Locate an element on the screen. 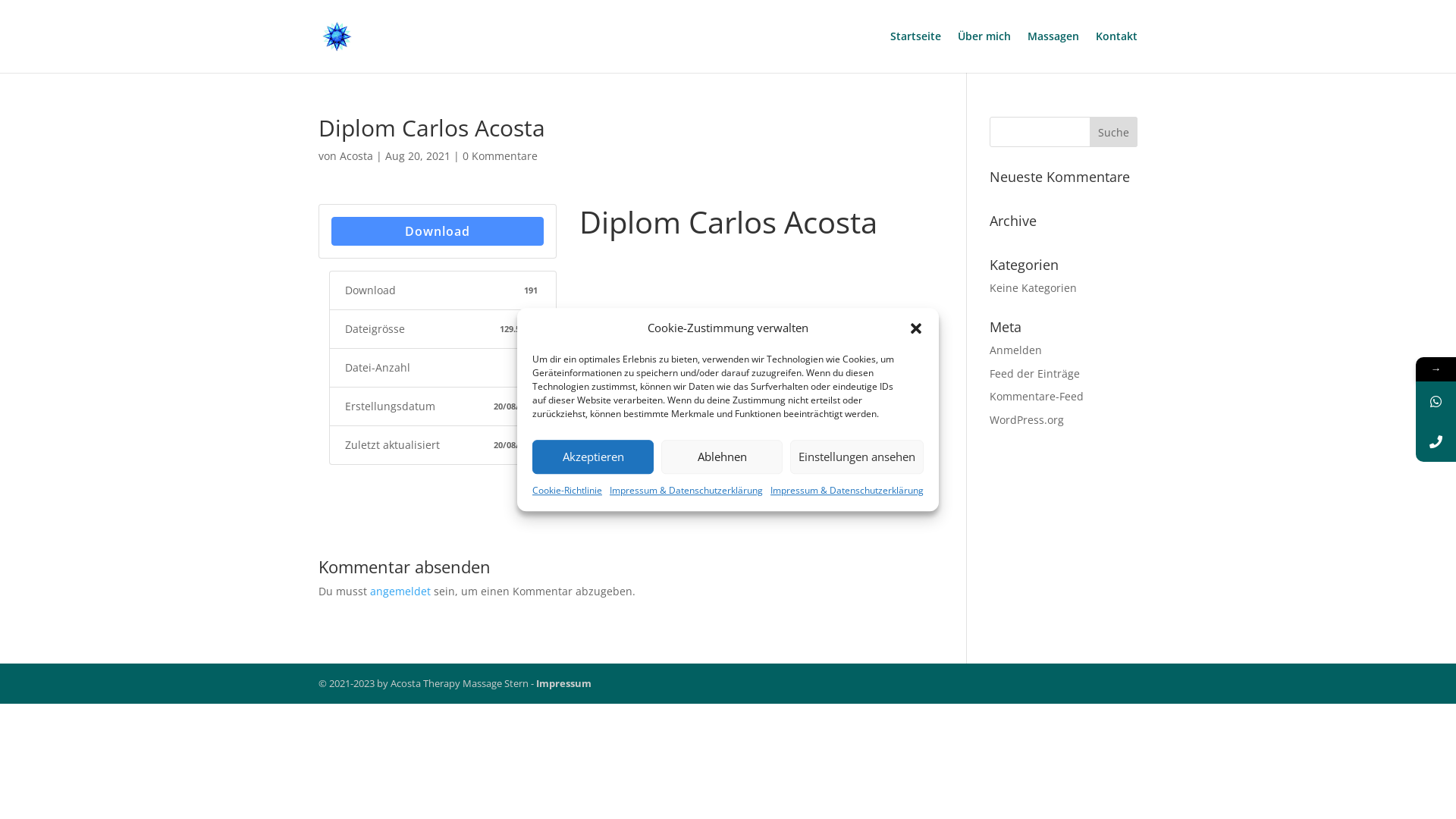  'Kommentare-Feed' is located at coordinates (1036, 395).